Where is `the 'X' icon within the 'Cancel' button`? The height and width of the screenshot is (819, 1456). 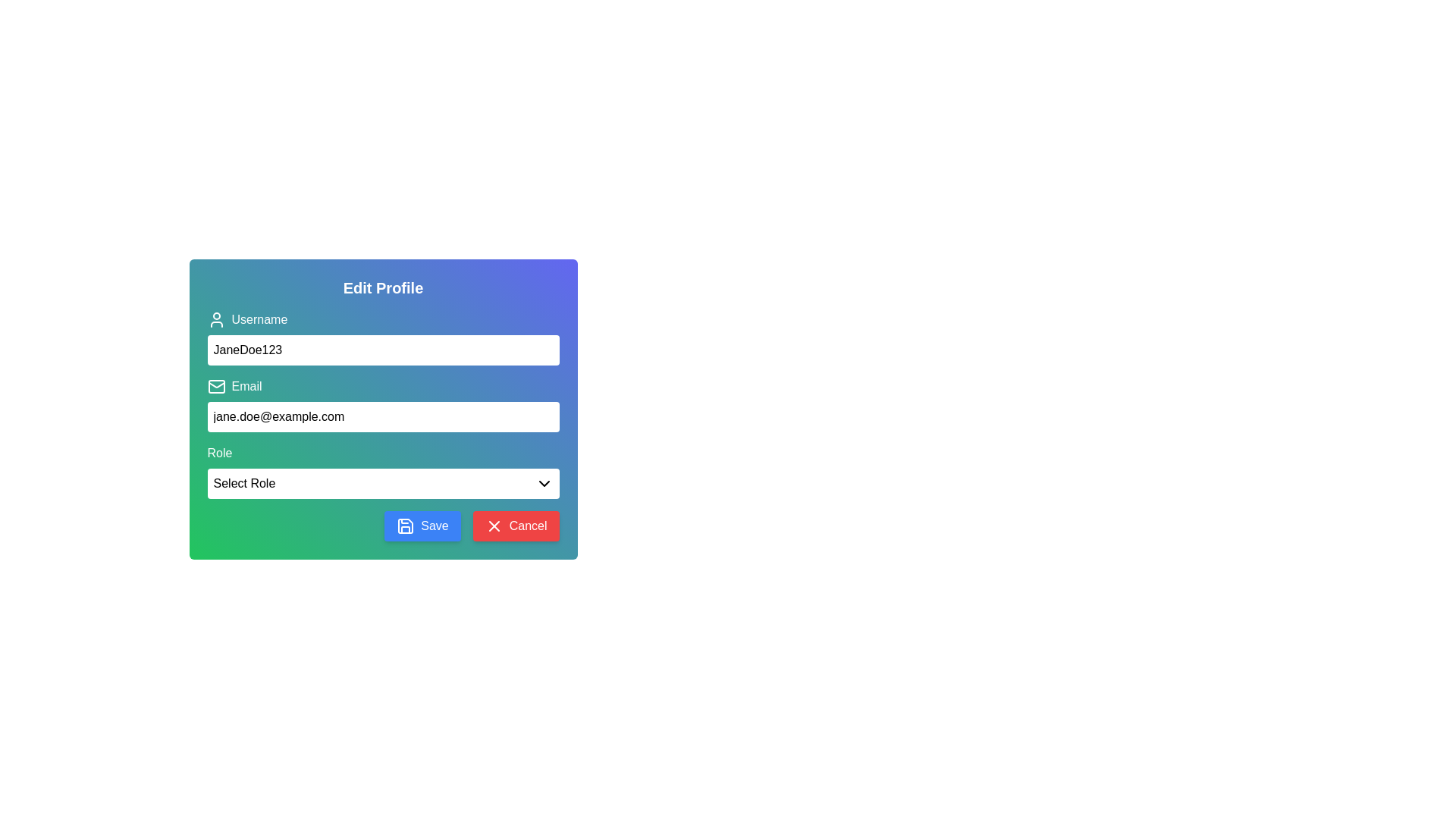 the 'X' icon within the 'Cancel' button is located at coordinates (494, 526).